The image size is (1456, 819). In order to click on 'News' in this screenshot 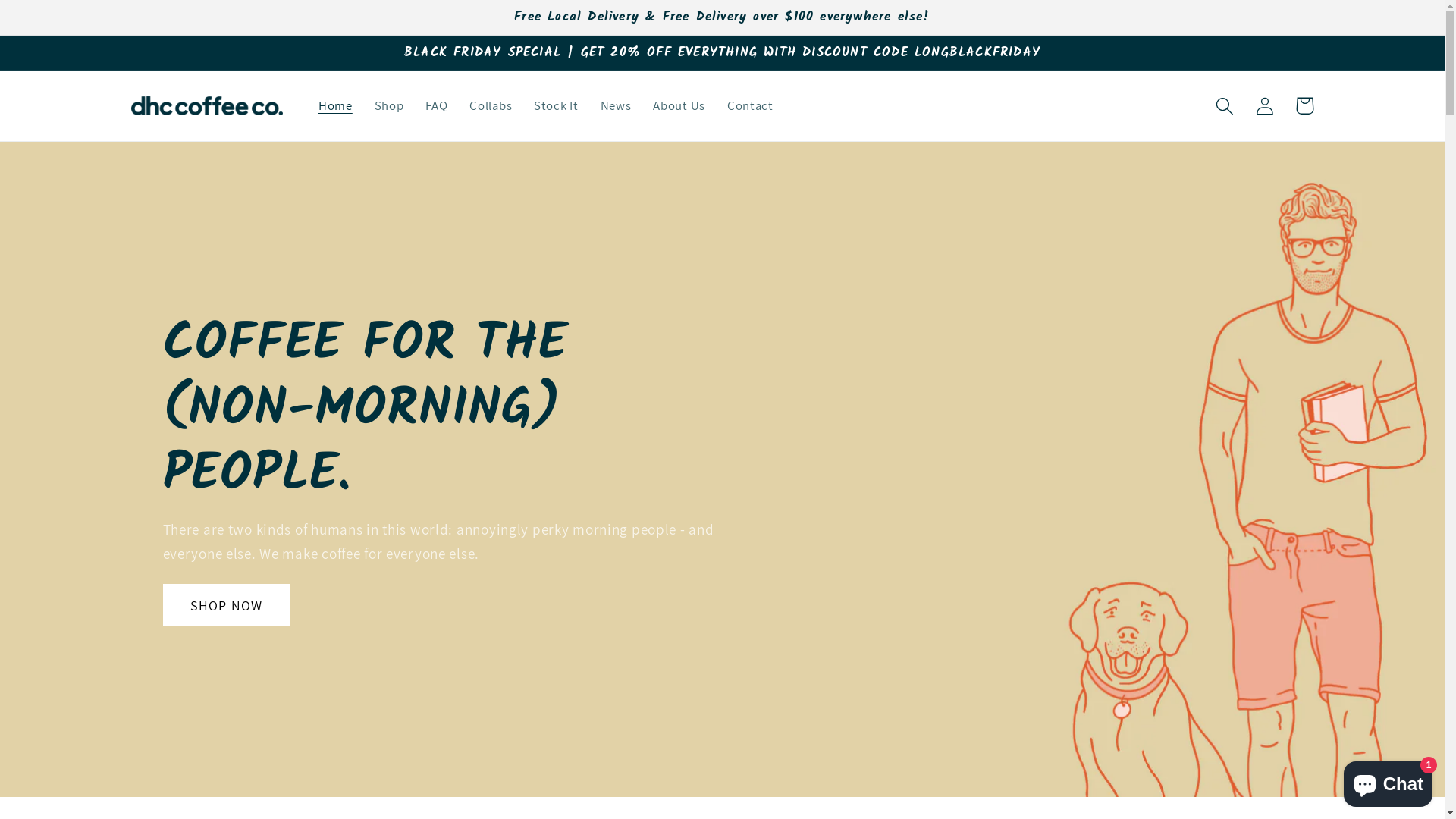, I will do `click(615, 105)`.